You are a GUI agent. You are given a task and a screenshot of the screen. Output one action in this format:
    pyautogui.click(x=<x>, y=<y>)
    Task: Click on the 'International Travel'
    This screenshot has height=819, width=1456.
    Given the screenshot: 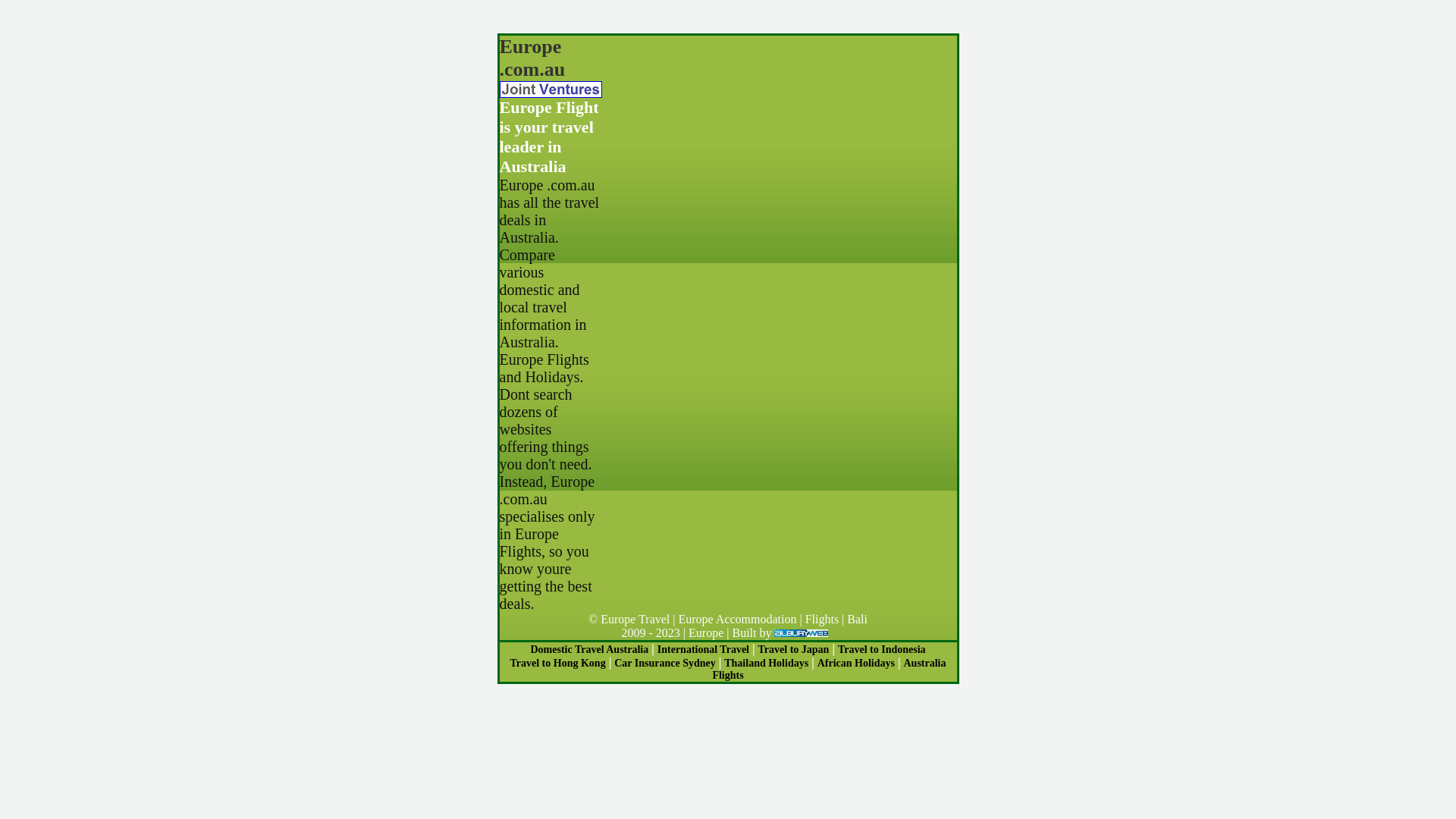 What is the action you would take?
    pyautogui.click(x=702, y=648)
    